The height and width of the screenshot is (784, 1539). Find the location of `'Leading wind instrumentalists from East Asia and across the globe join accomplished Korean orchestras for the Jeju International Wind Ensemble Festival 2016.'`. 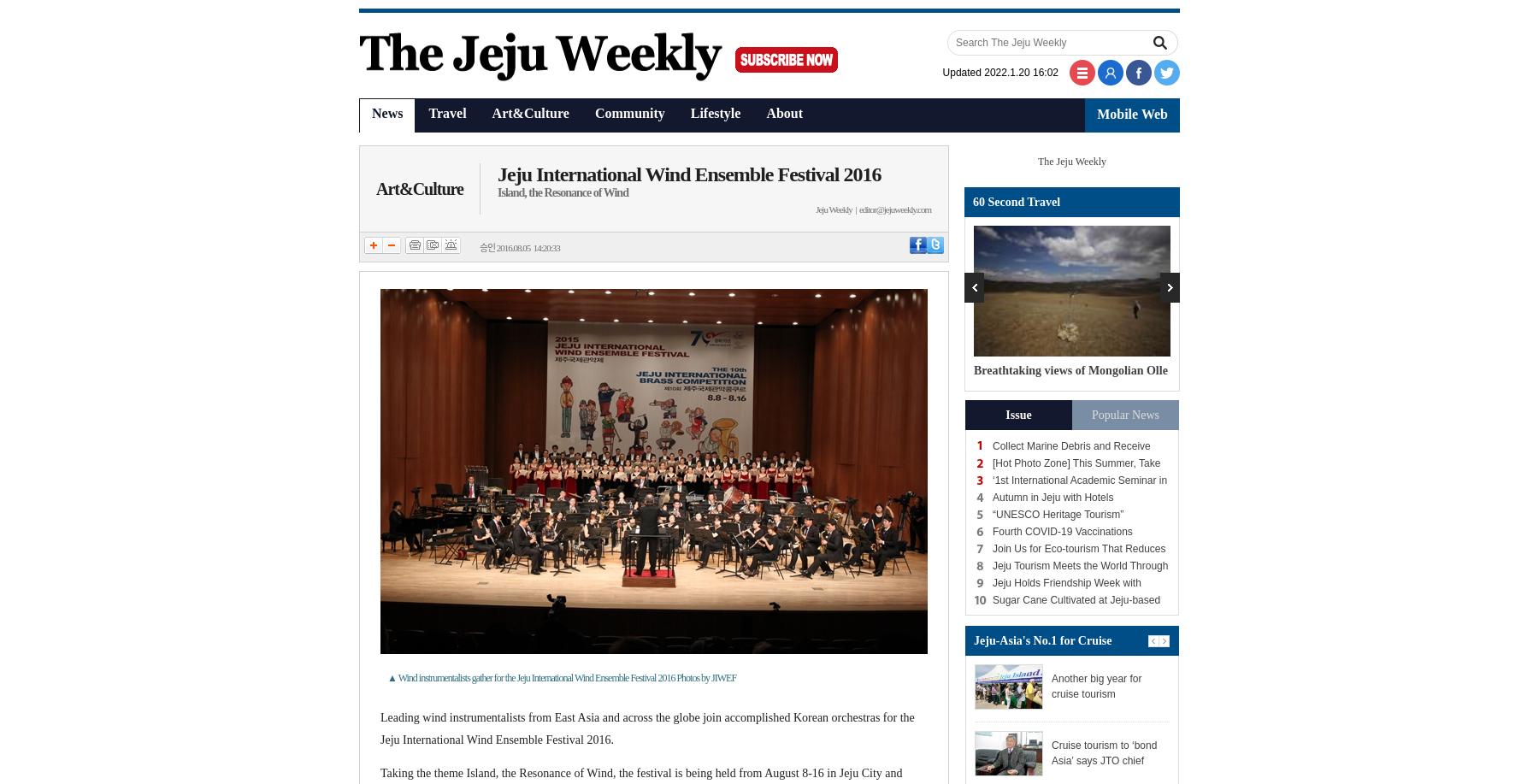

'Leading wind instrumentalists from East Asia and across the globe join accomplished Korean orchestras for the Jeju International Wind Ensemble Festival 2016.' is located at coordinates (646, 728).